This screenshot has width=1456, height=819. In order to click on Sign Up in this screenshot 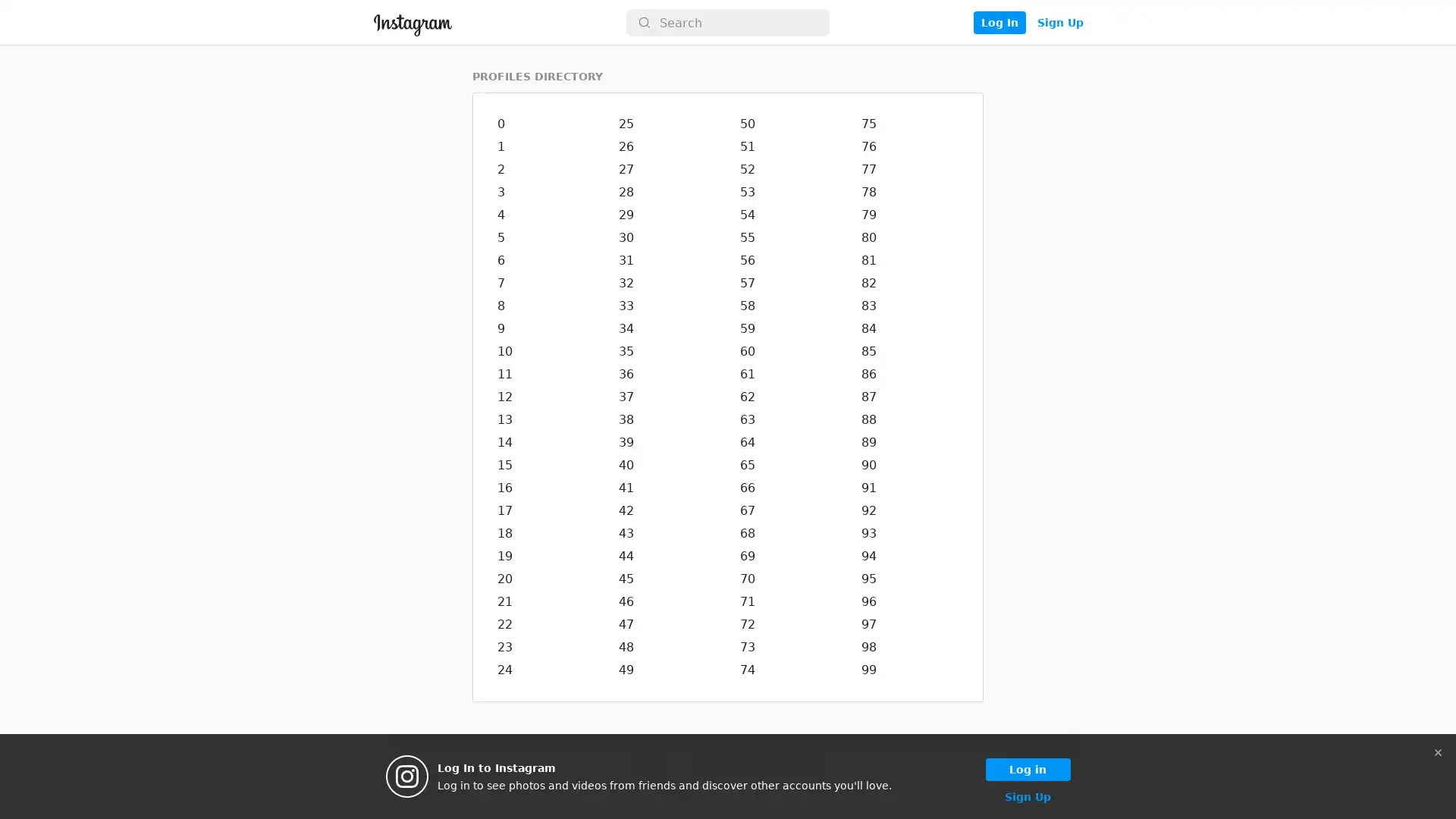, I will do `click(1059, 23)`.